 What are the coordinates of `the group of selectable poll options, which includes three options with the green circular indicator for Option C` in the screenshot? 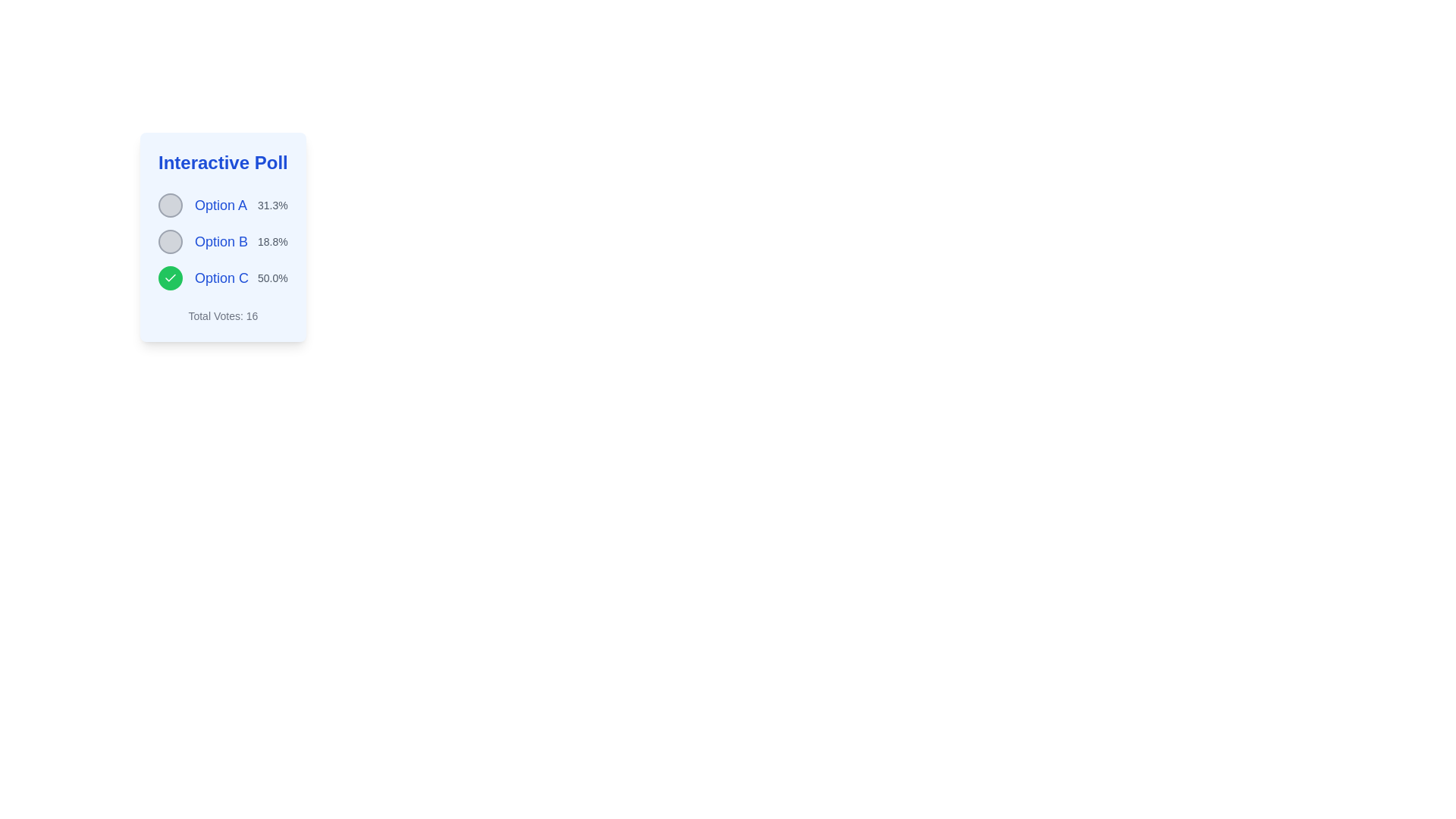 It's located at (222, 241).